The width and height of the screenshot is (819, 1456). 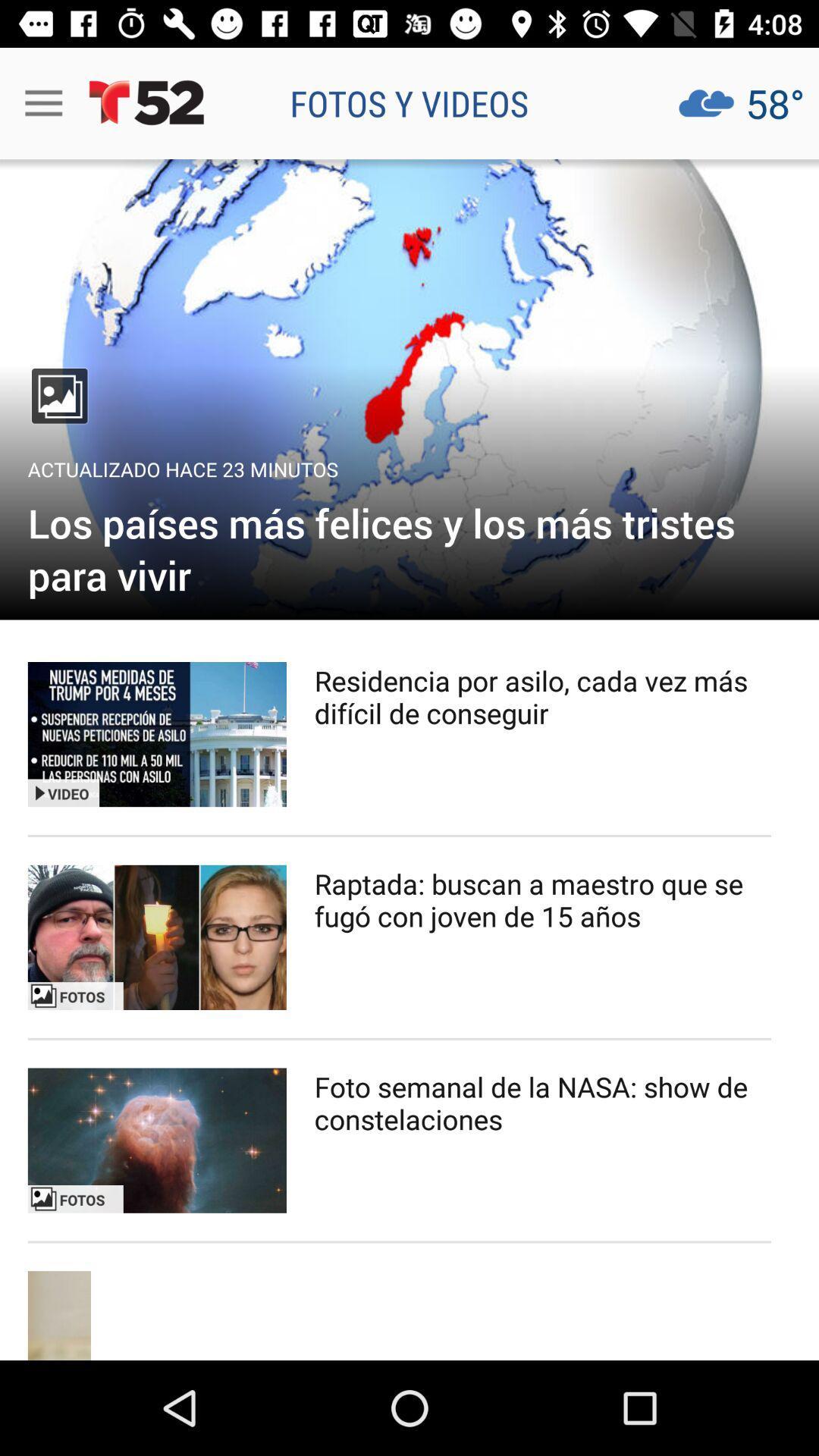 What do you see at coordinates (409, 389) in the screenshot?
I see `visit website` at bounding box center [409, 389].